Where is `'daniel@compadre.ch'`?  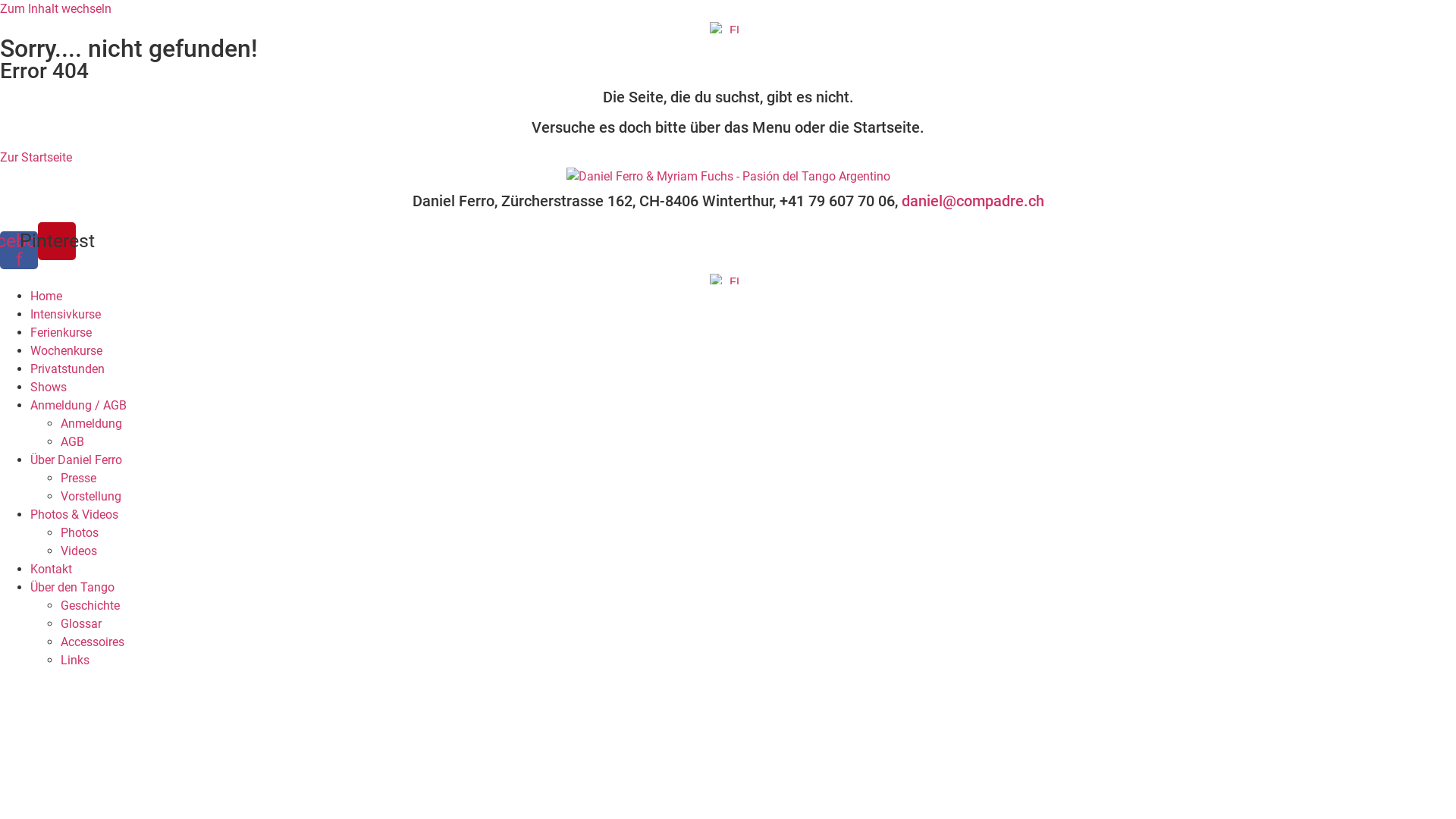
'daniel@compadre.ch' is located at coordinates (901, 200).